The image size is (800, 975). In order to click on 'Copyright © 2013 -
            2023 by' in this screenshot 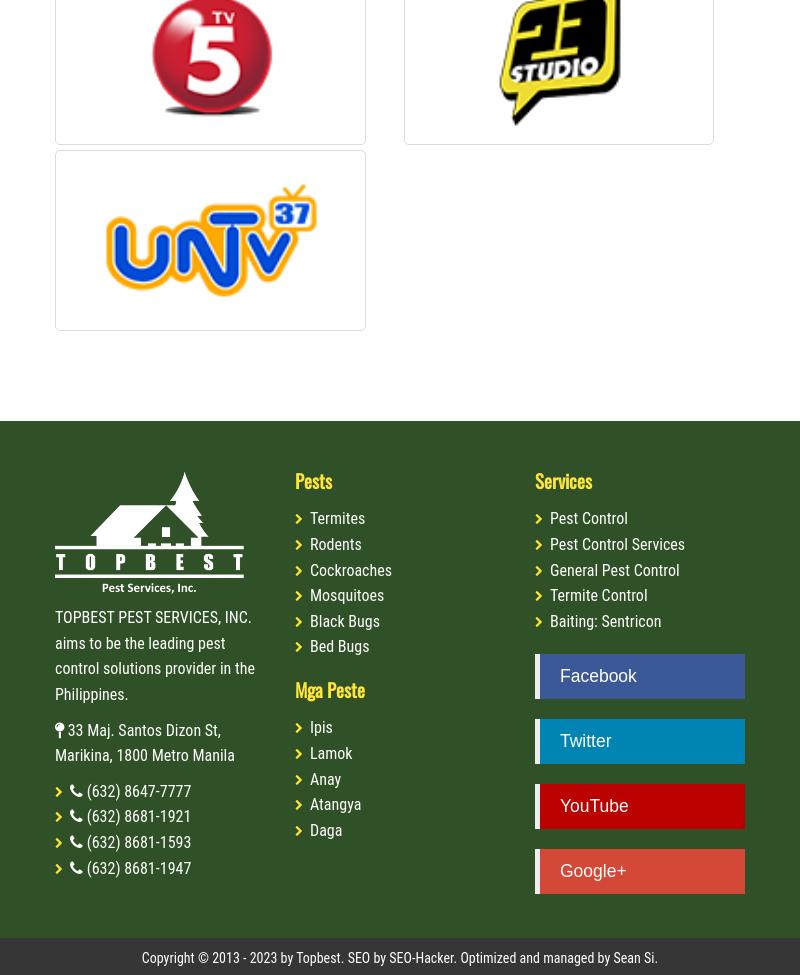, I will do `click(218, 957)`.